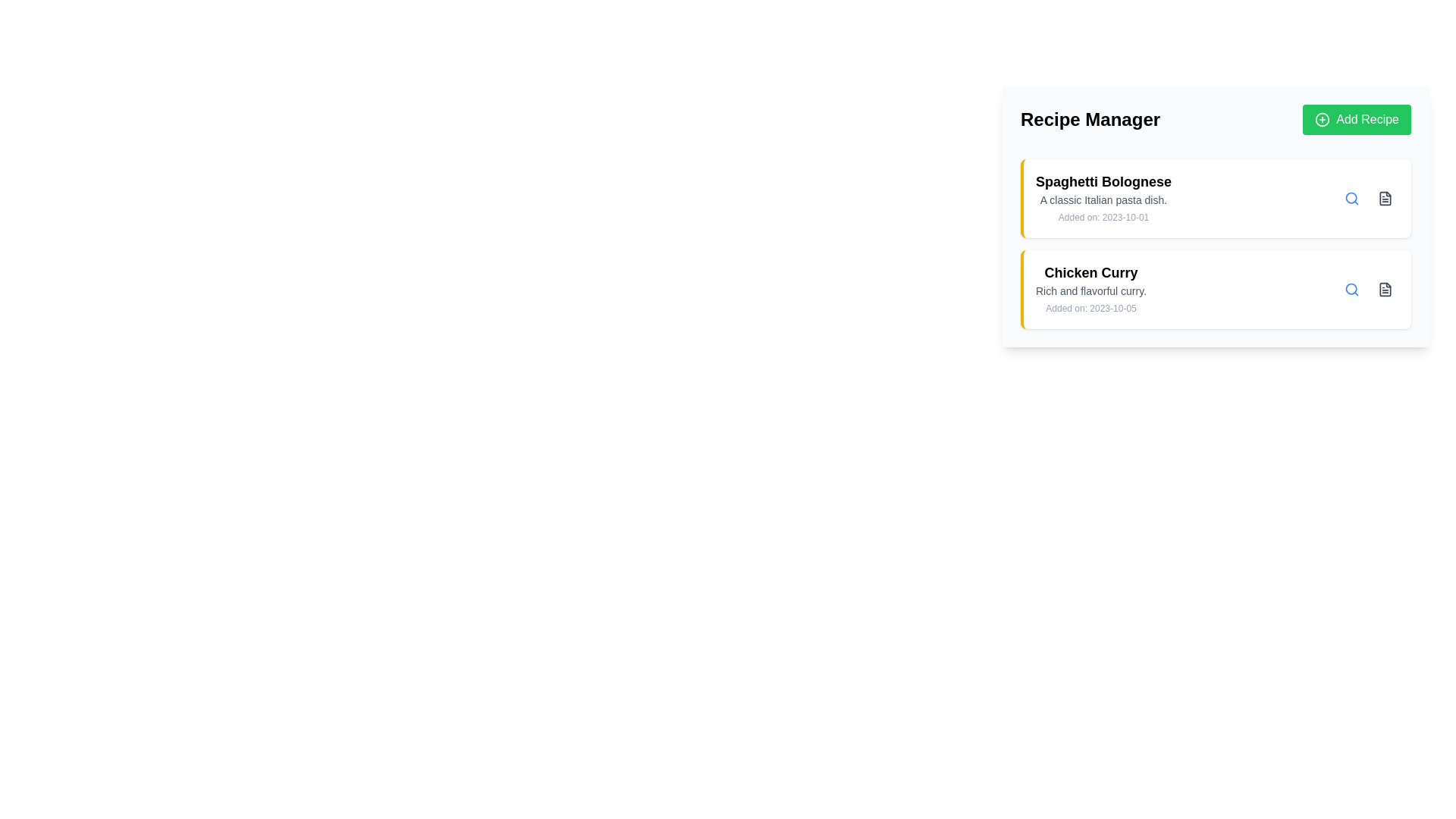 This screenshot has height=819, width=1456. What do you see at coordinates (1322, 119) in the screenshot?
I see `the circular icon with a plus symbol, which is part of the green 'Add Recipe' button in the top-right corner of the 'Recipe Manager' section` at bounding box center [1322, 119].